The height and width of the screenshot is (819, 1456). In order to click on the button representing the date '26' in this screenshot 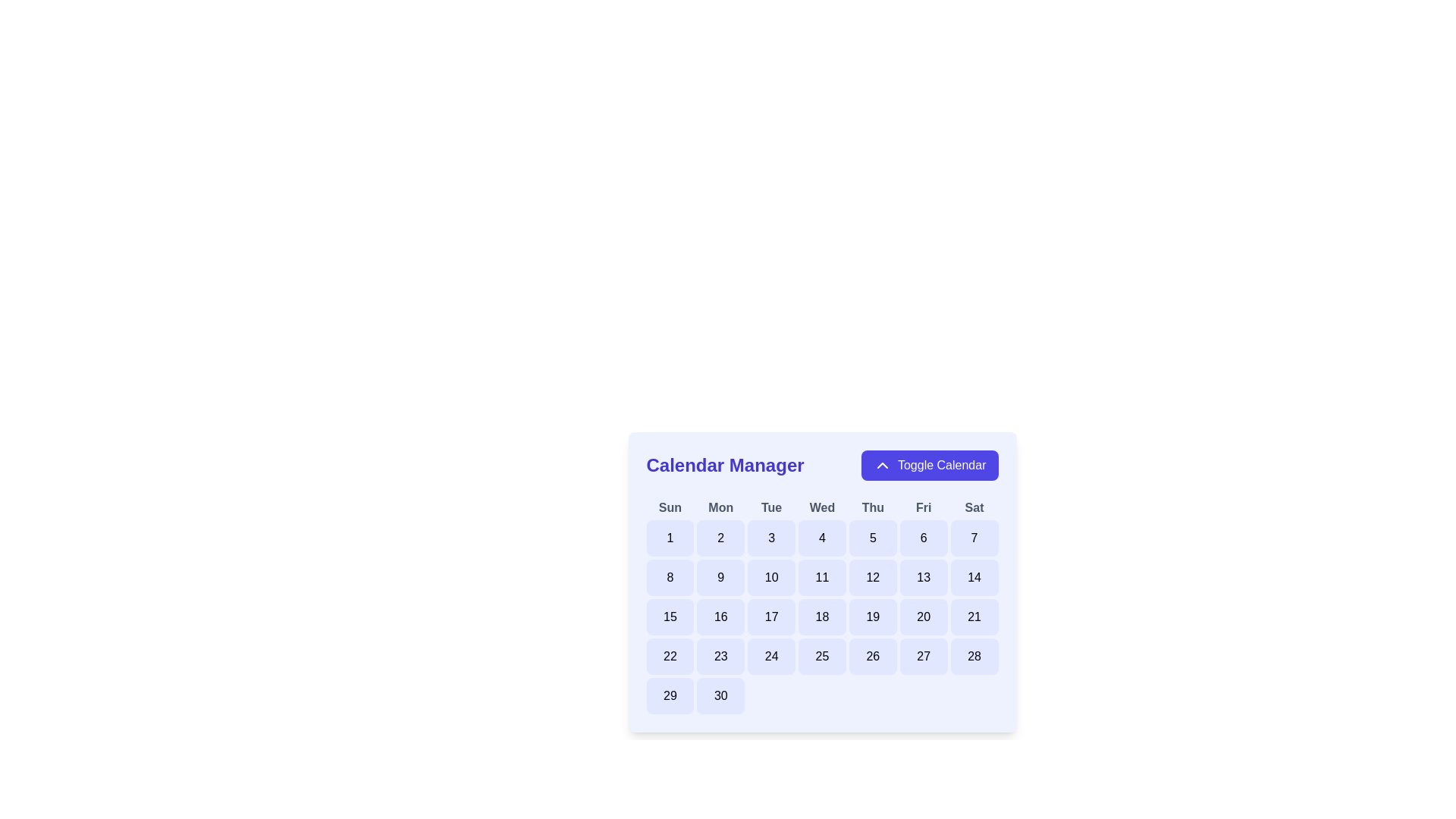, I will do `click(873, 656)`.